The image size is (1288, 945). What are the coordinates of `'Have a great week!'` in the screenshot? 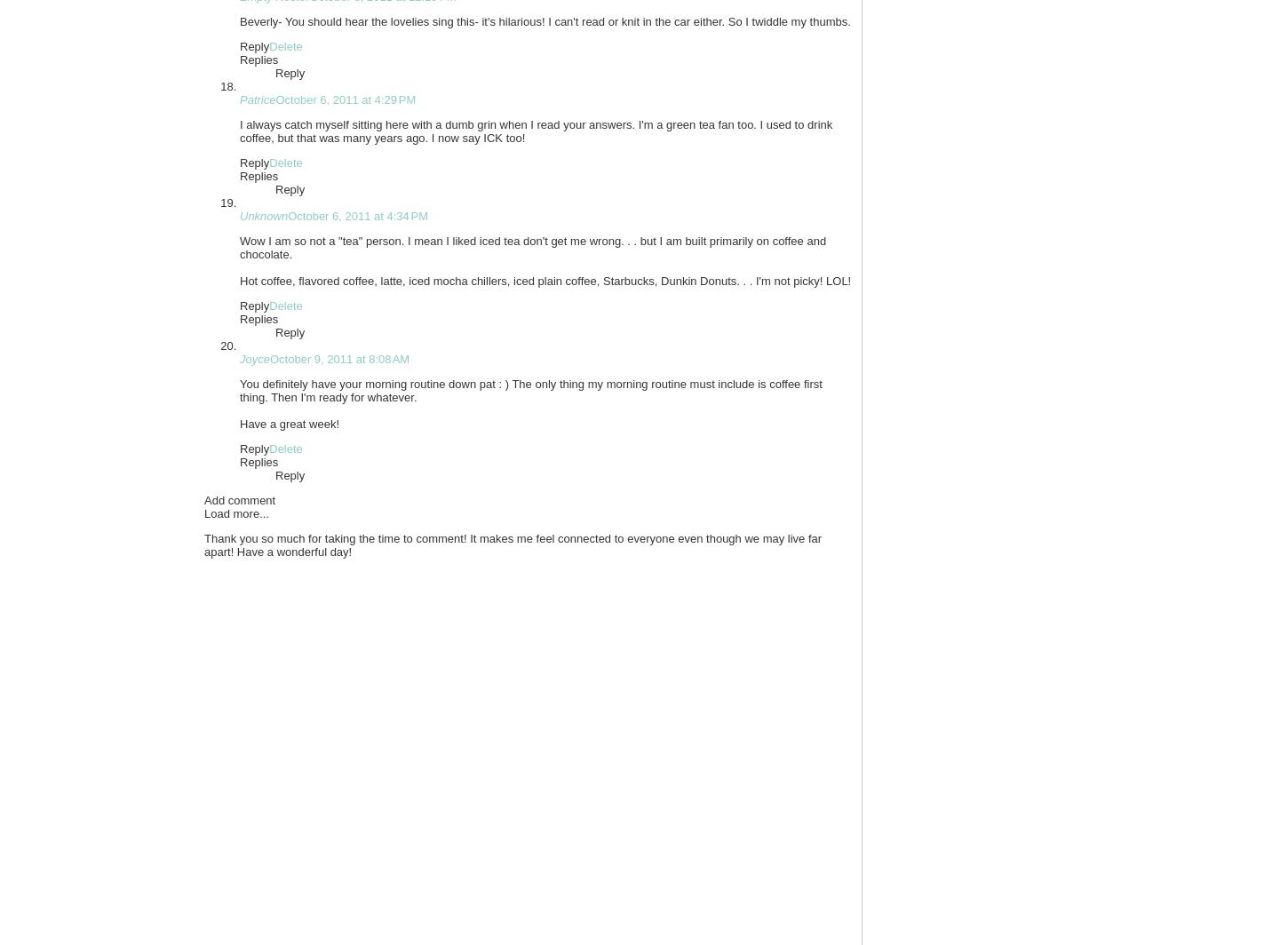 It's located at (289, 424).